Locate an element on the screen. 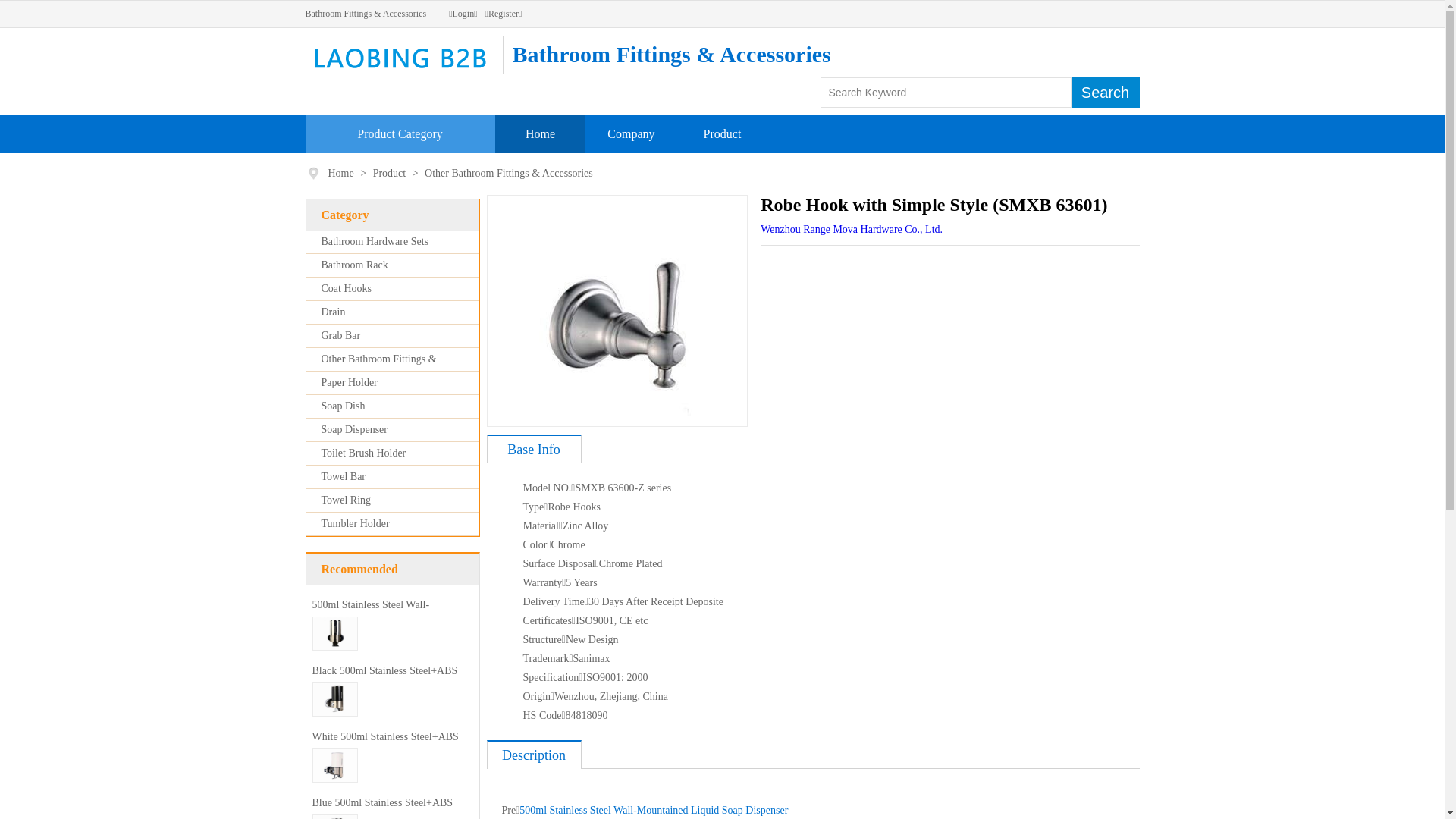  'Home' is located at coordinates (340, 172).